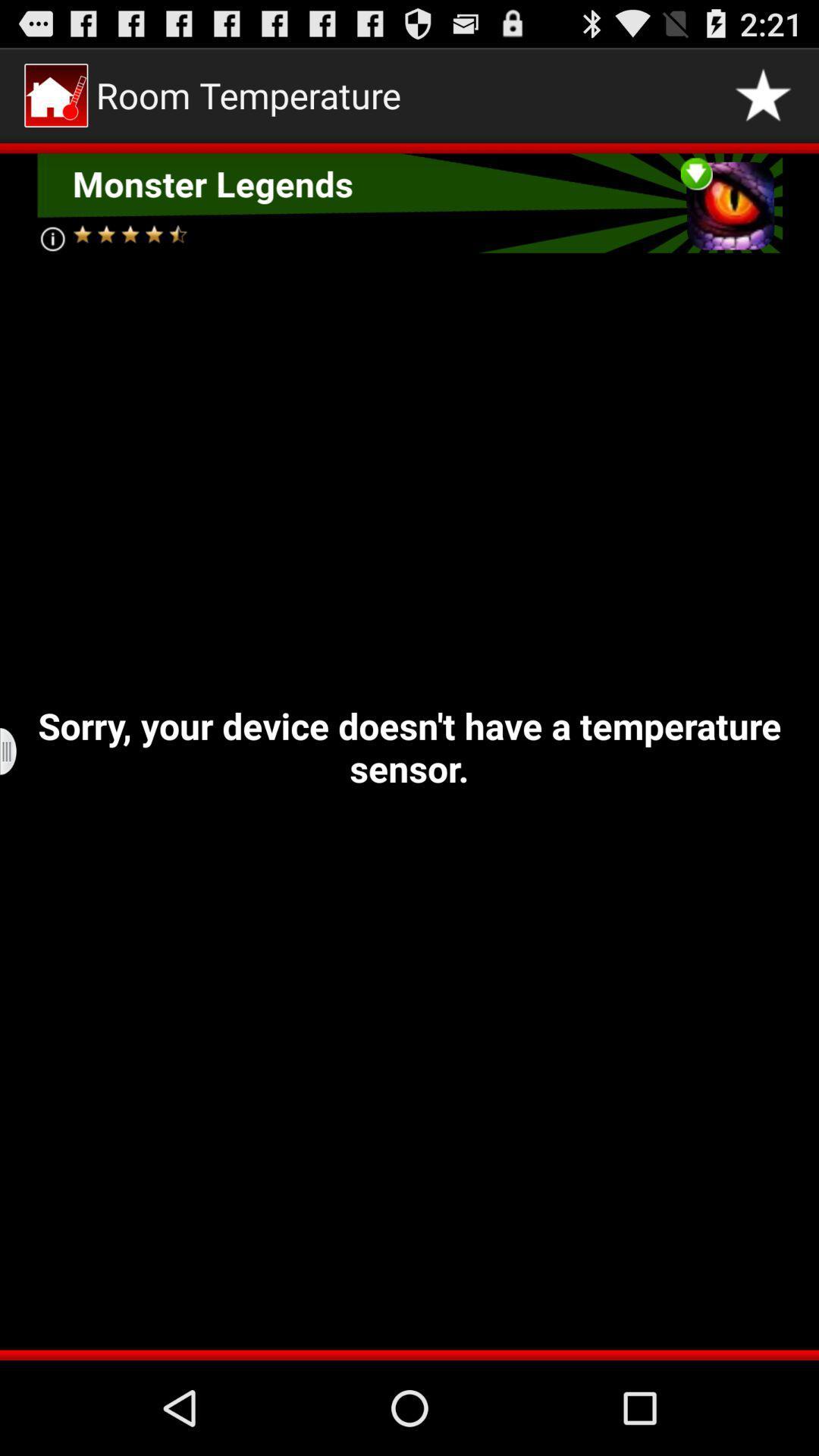 This screenshot has height=1456, width=819. Describe the element at coordinates (763, 94) in the screenshot. I see `icon at the top right corner` at that location.